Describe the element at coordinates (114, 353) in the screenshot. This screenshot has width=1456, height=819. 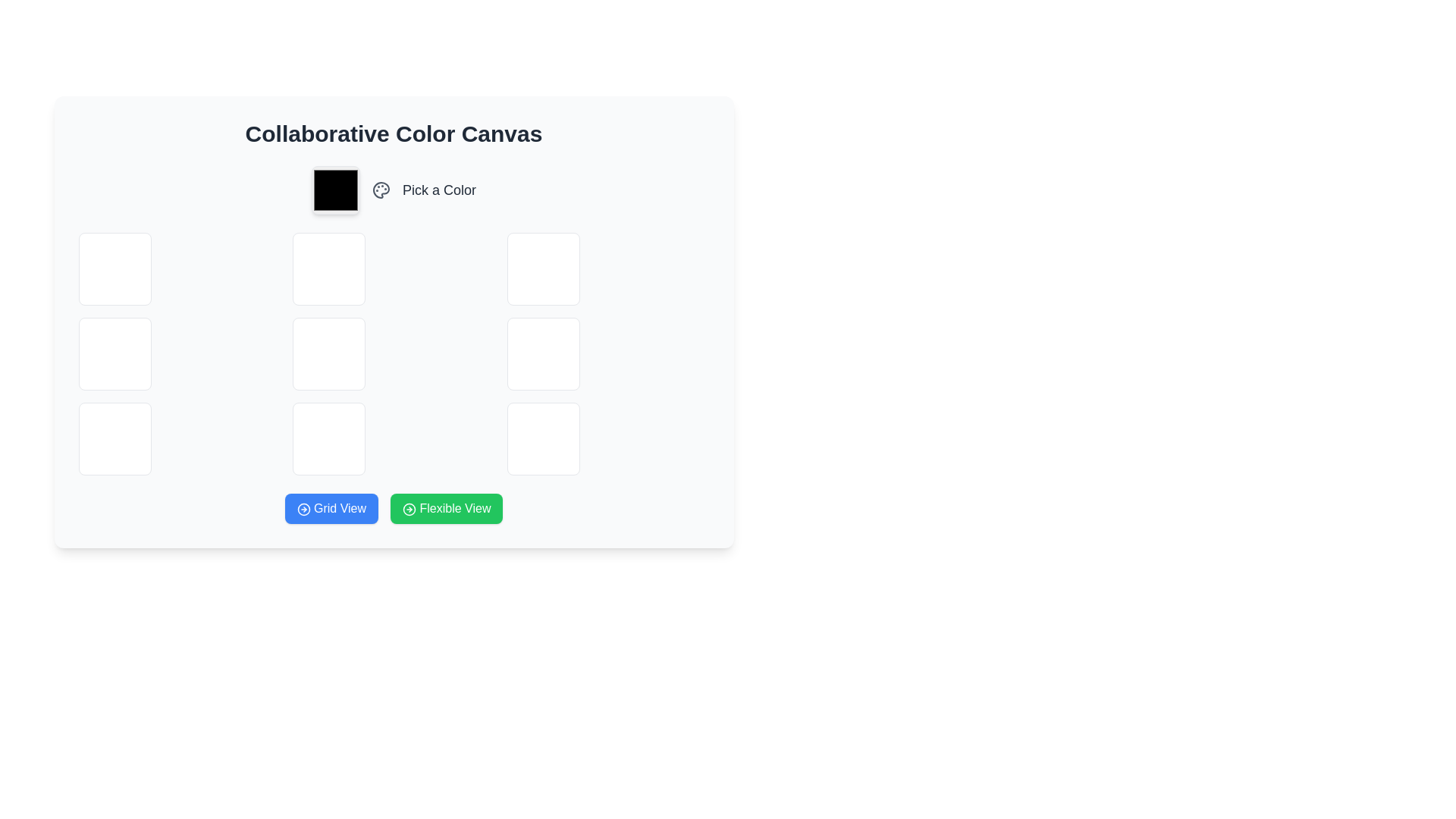
I see `the selectable grid item located in the second row, first column of the 3x3 grid layout` at that location.